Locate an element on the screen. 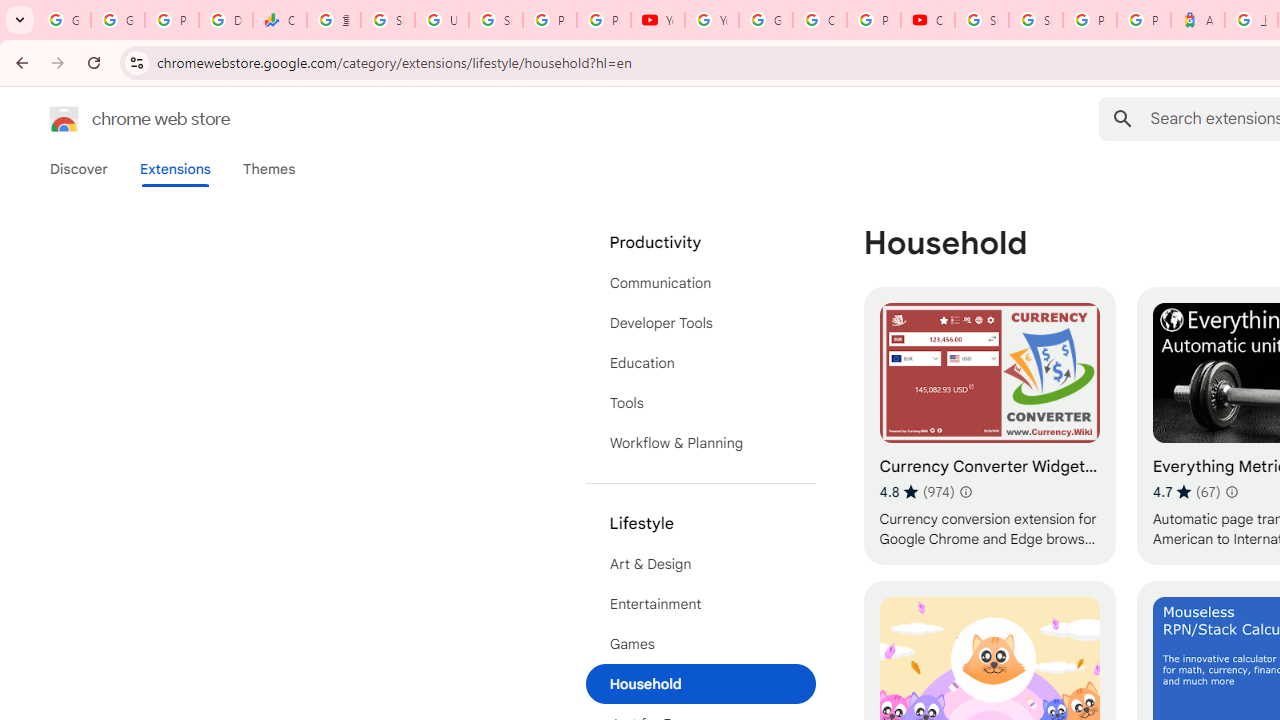 This screenshot has width=1280, height=720. 'Themes' is located at coordinates (268, 168).